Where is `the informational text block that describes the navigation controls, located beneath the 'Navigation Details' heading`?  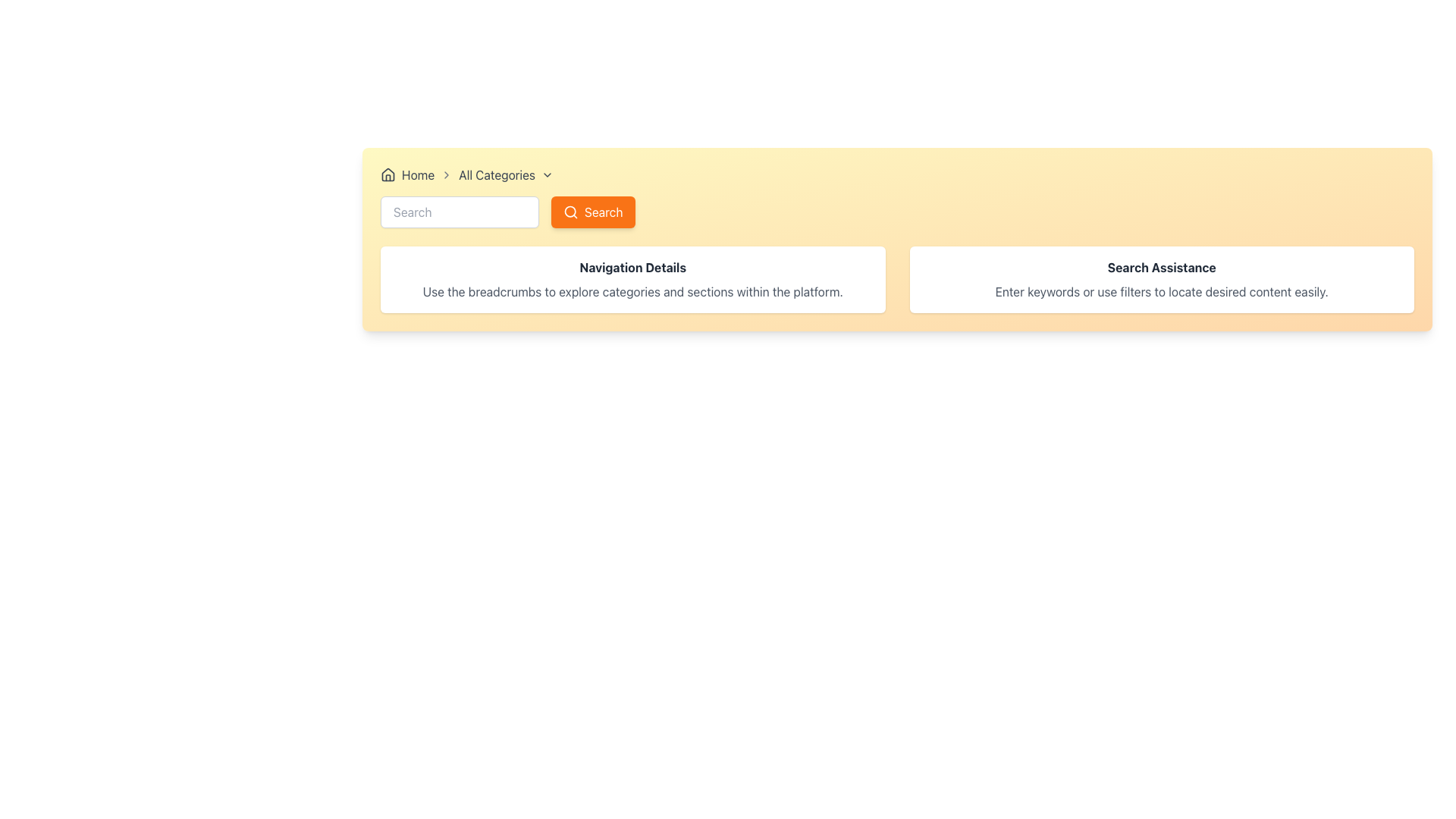 the informational text block that describes the navigation controls, located beneath the 'Navigation Details' heading is located at coordinates (632, 292).